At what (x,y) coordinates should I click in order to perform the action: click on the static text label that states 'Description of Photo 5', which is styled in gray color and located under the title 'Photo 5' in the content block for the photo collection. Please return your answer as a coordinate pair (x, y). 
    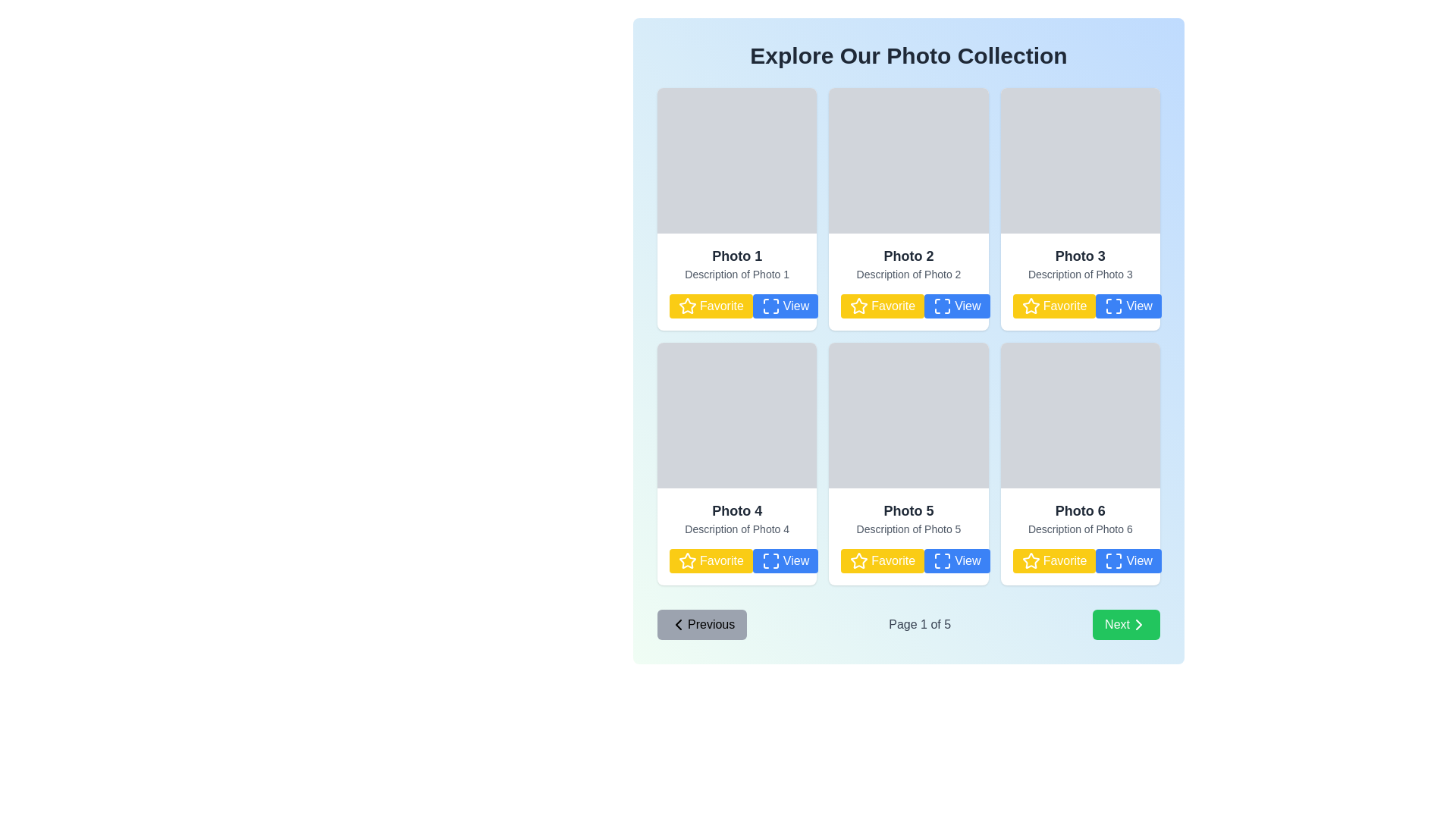
    Looking at the image, I should click on (908, 529).